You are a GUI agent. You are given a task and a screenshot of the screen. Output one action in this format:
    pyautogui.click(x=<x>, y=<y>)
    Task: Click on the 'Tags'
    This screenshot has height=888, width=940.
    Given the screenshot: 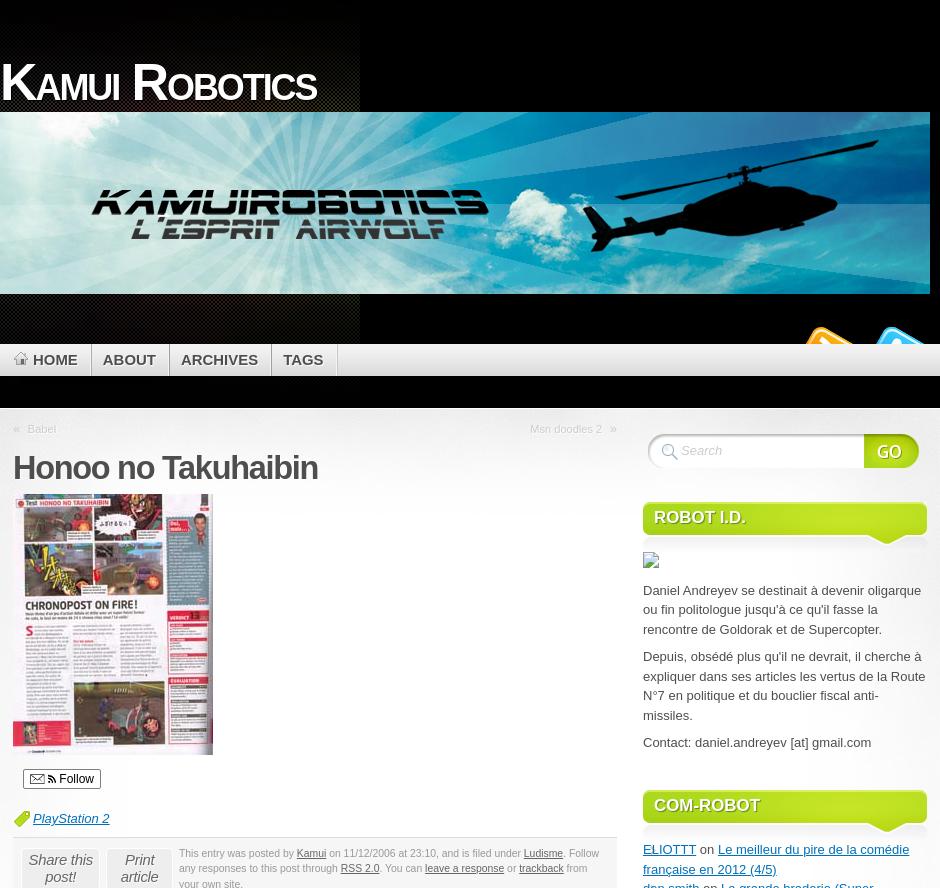 What is the action you would take?
    pyautogui.click(x=301, y=358)
    